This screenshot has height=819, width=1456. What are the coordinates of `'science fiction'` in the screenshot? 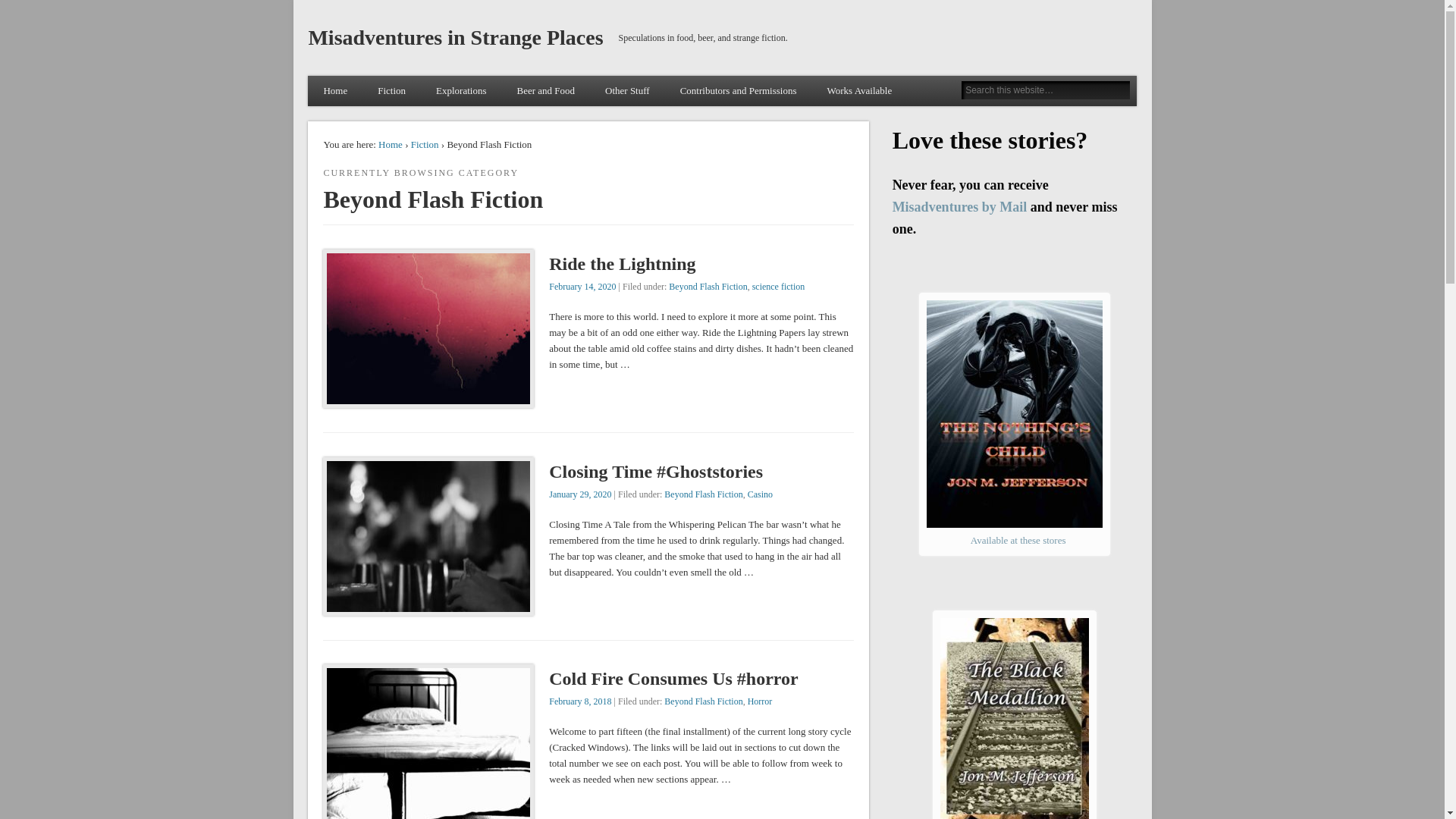 It's located at (779, 287).